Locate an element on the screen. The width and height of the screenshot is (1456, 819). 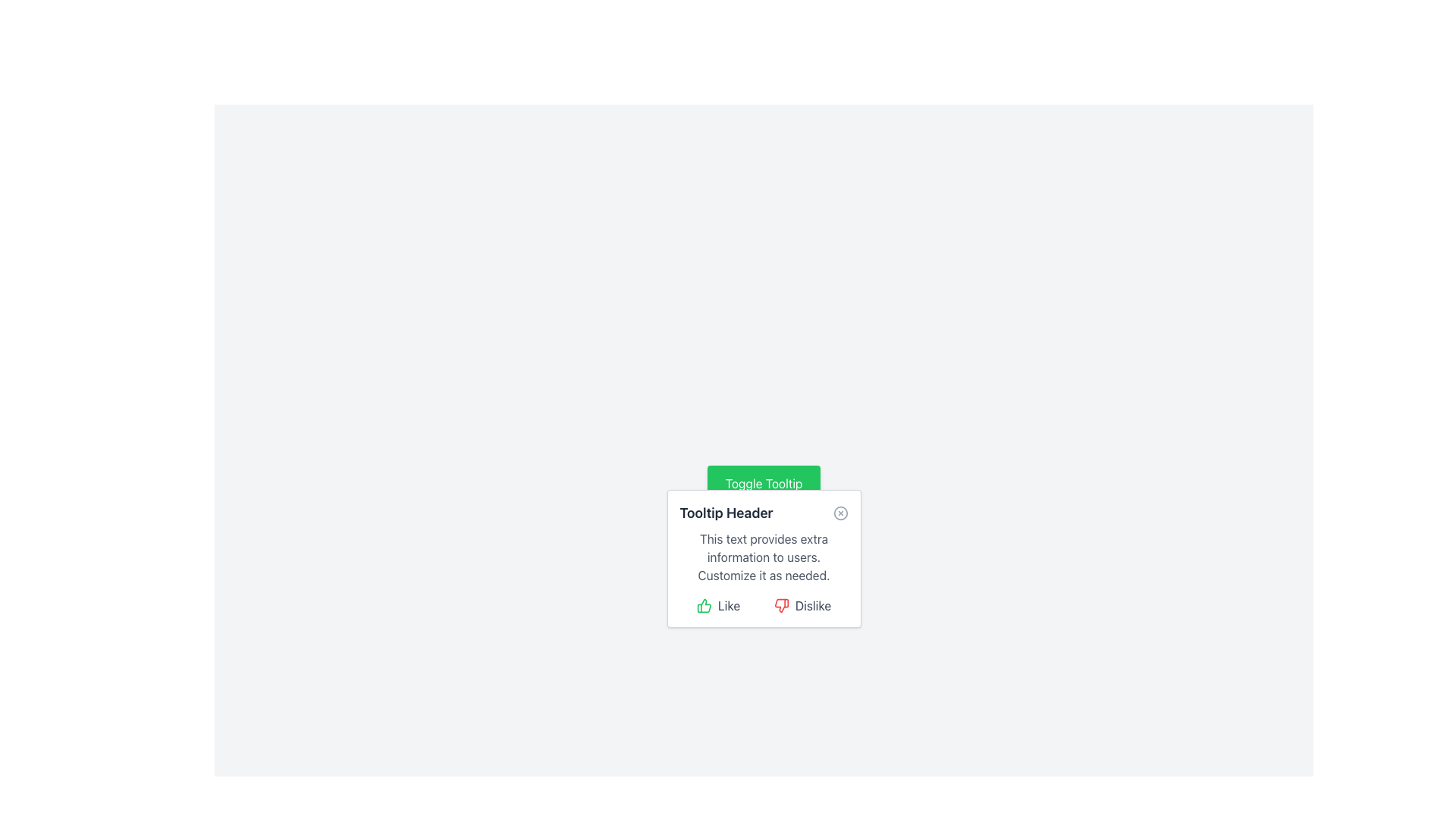
the green thumbs-up icon labeled 'Like' to register a 'like' is located at coordinates (717, 604).